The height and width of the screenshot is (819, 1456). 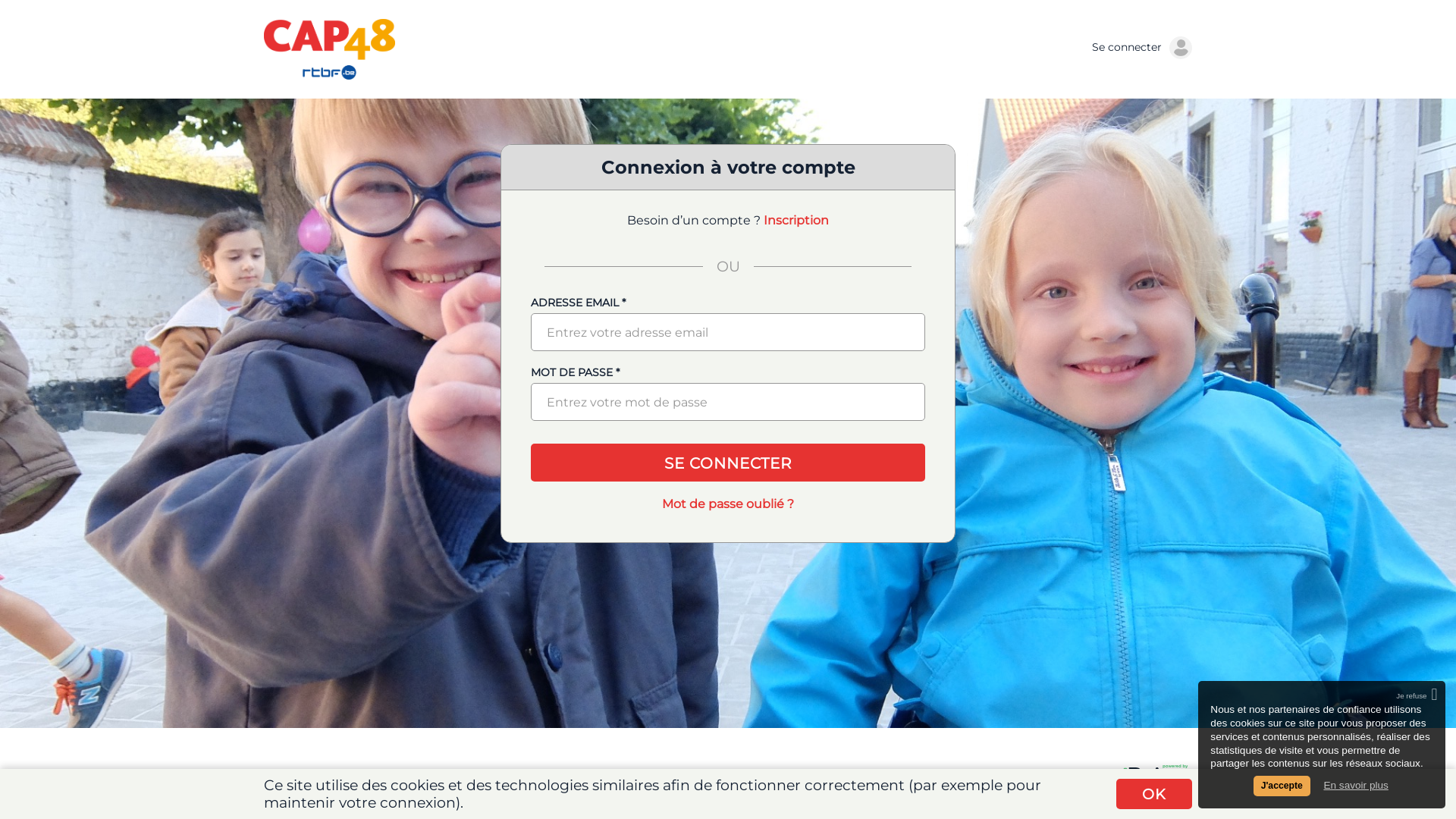 What do you see at coordinates (795, 220) in the screenshot?
I see `'Inscription'` at bounding box center [795, 220].